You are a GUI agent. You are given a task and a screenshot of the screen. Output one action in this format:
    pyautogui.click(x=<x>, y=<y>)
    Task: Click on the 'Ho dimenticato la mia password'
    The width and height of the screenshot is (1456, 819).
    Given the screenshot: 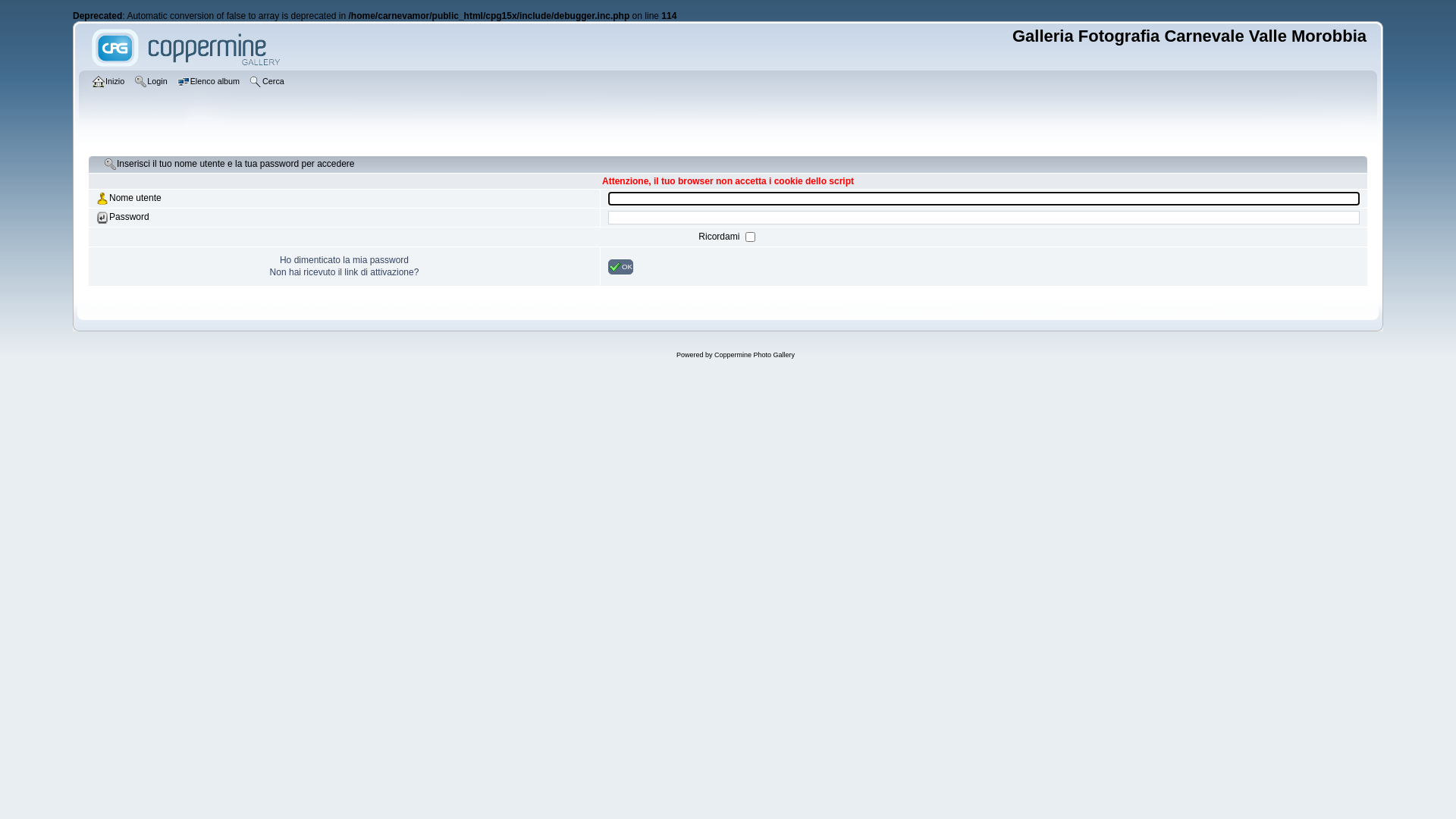 What is the action you would take?
    pyautogui.click(x=344, y=259)
    